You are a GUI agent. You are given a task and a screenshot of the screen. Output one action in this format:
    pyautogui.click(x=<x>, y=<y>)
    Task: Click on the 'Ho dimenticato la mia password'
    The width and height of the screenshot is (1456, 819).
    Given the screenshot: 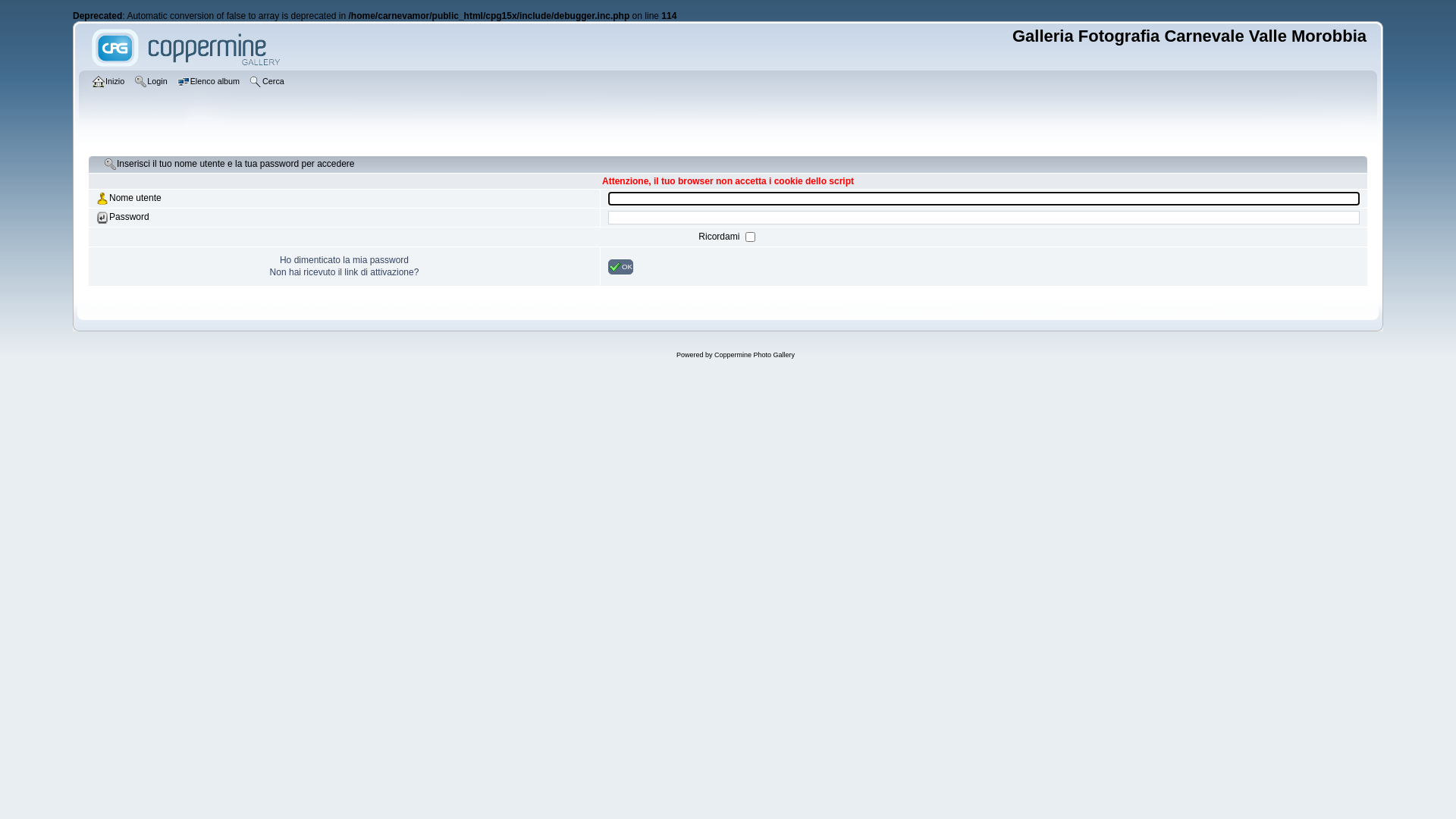 What is the action you would take?
    pyautogui.click(x=344, y=259)
    